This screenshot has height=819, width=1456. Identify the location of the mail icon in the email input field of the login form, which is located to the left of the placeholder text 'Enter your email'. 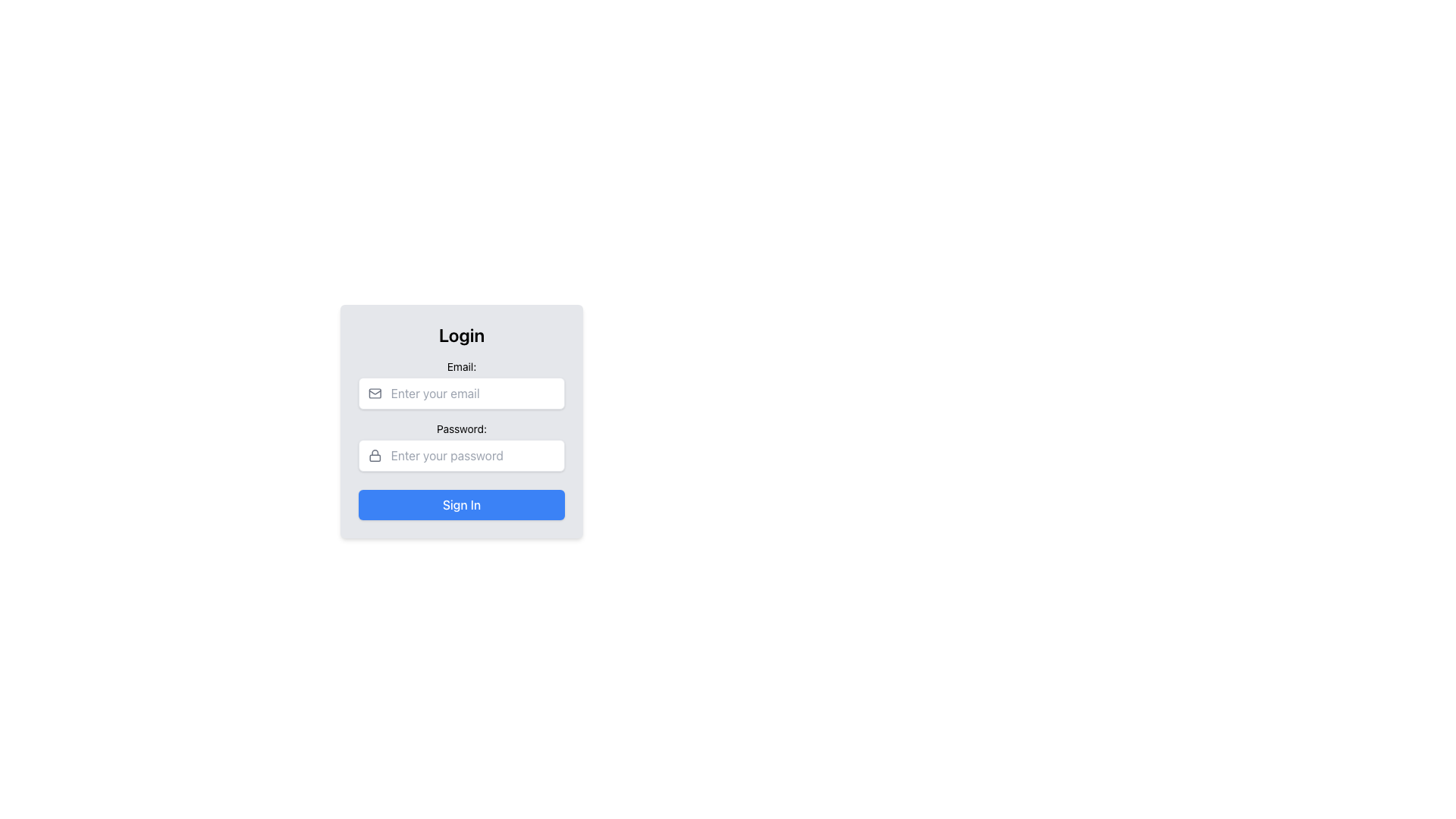
(375, 393).